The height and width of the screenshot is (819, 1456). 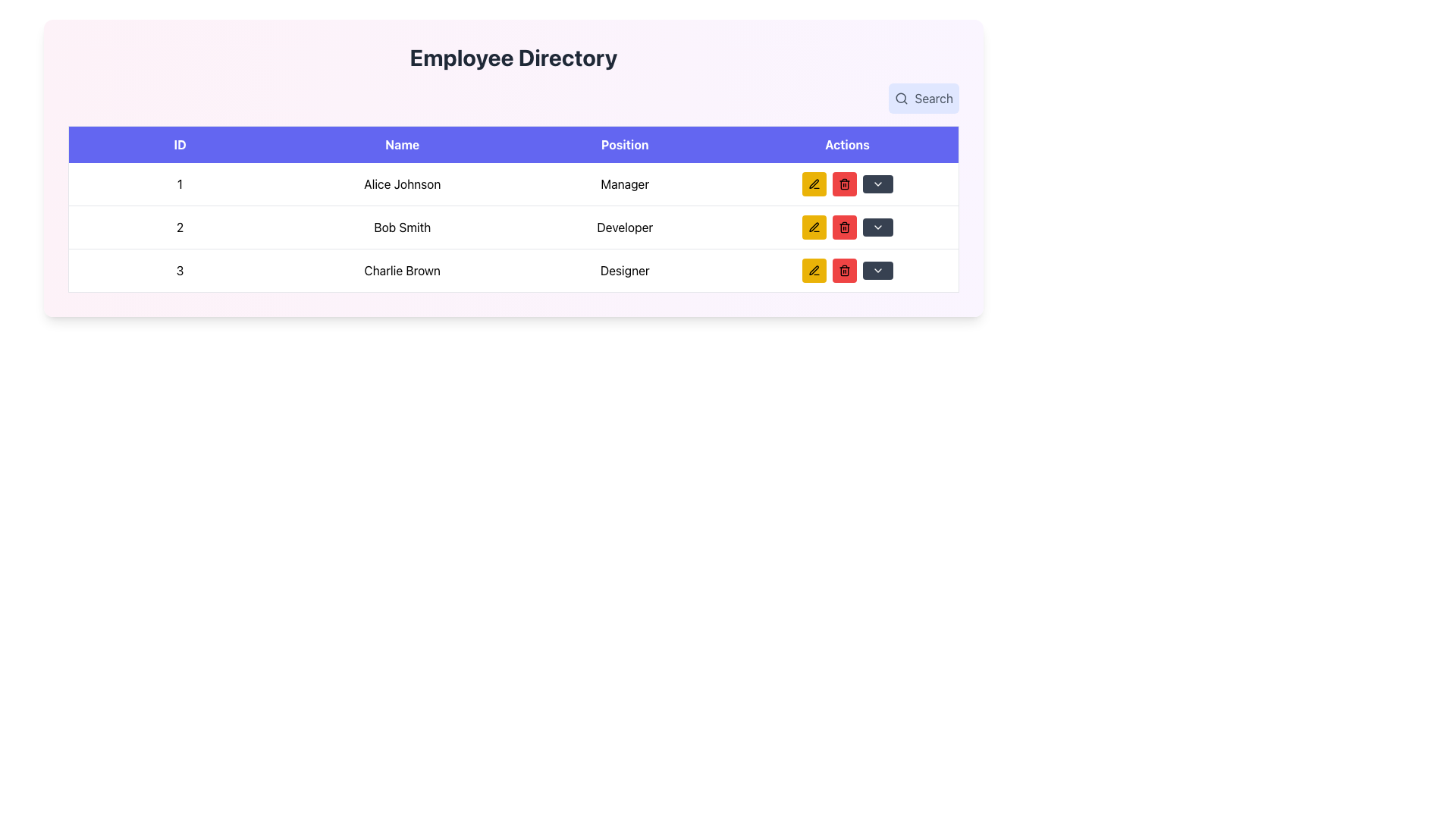 What do you see at coordinates (813, 227) in the screenshot?
I see `the pen icon located inside the yellow square button in the Actions column of the second row of the employee directory table associated with Bob Smith` at bounding box center [813, 227].